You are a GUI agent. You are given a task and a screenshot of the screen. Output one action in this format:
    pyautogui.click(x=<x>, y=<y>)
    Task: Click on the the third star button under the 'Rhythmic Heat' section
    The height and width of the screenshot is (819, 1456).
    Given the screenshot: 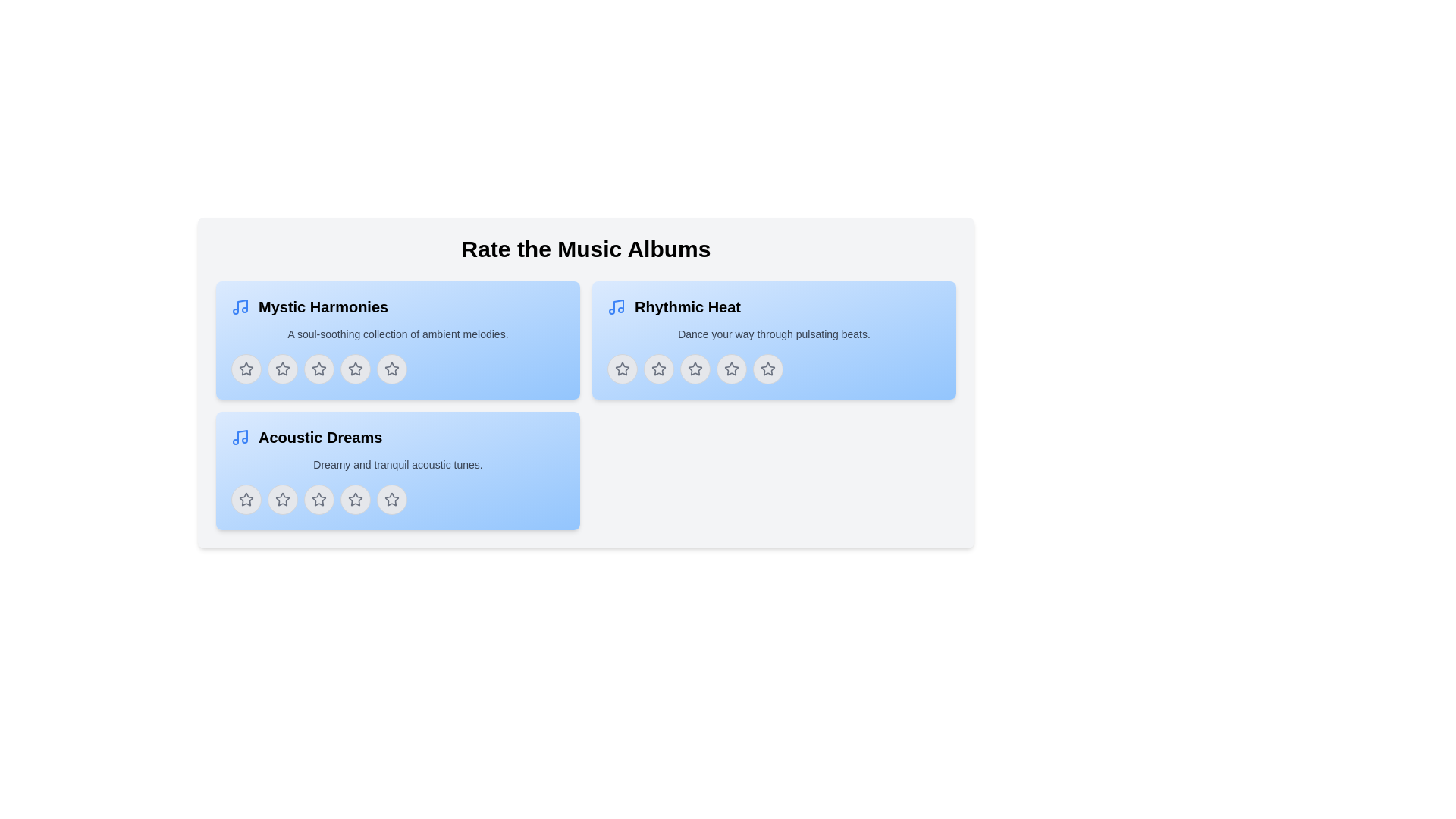 What is the action you would take?
    pyautogui.click(x=694, y=369)
    